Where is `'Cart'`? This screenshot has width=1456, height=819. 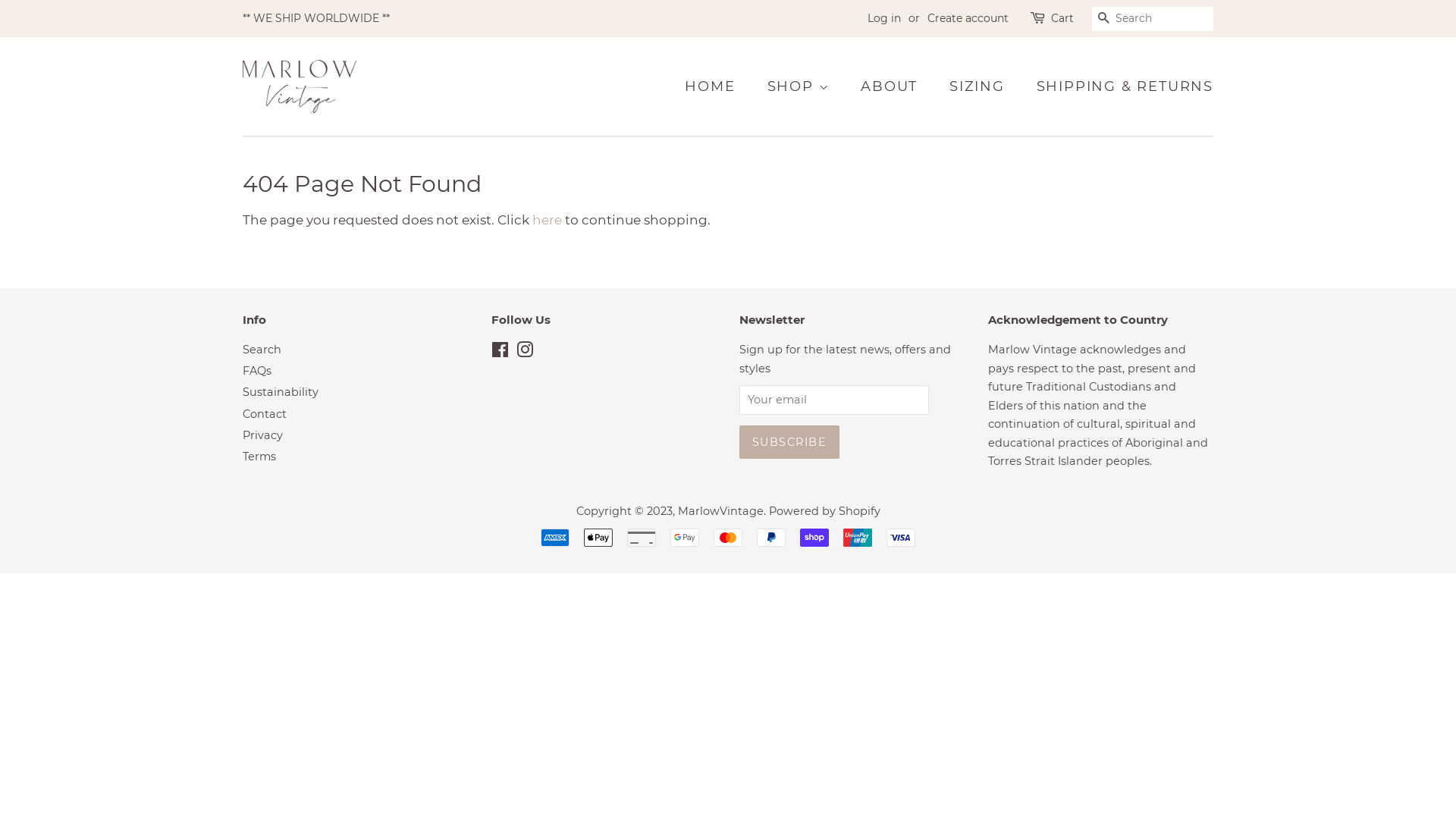 'Cart' is located at coordinates (1062, 18).